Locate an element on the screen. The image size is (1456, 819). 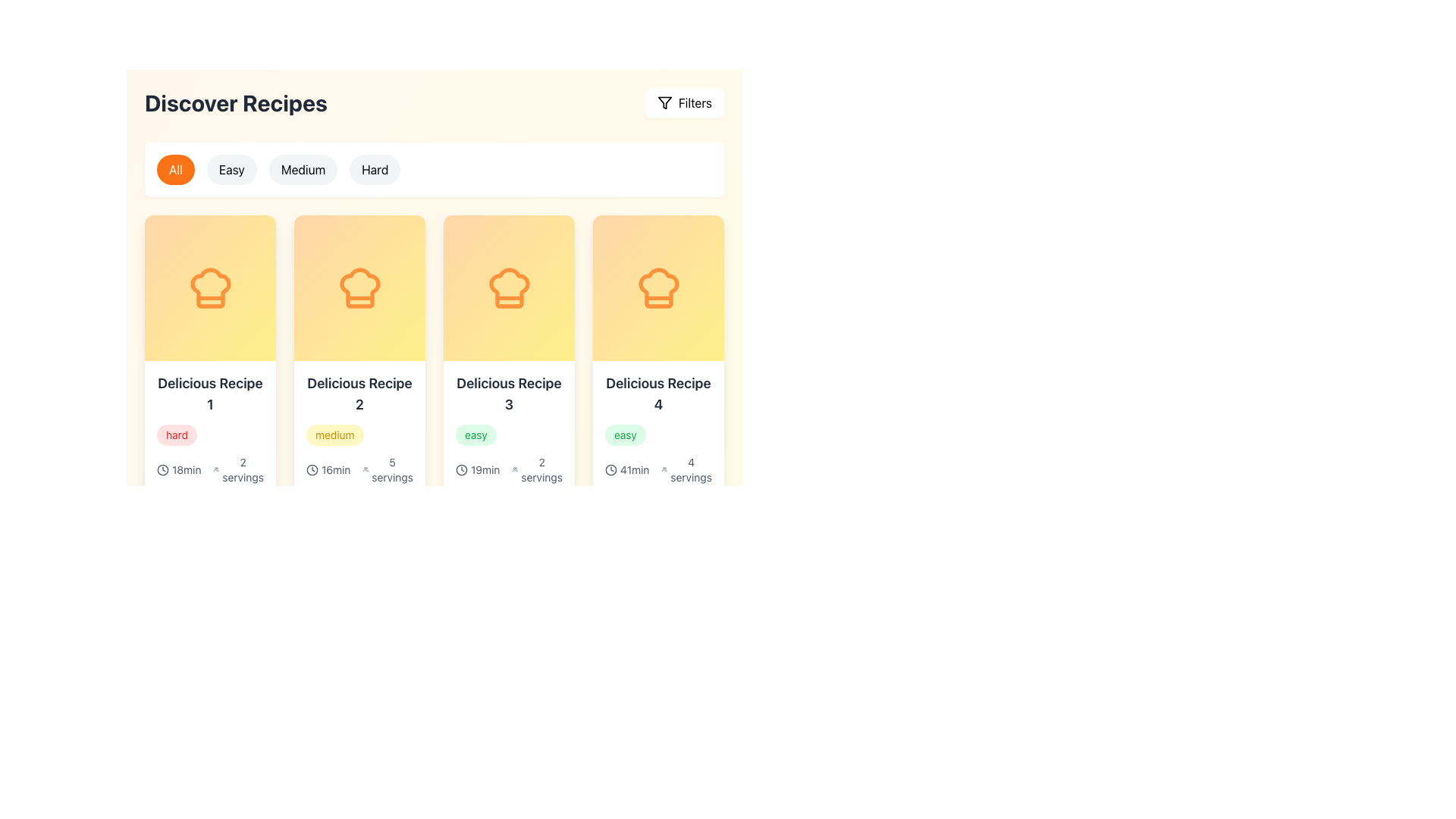
the time indicator element, which features a clock icon and the text '18 min', located at the bottom-left of the 'Delicious Recipe 1' card is located at coordinates (182, 469).